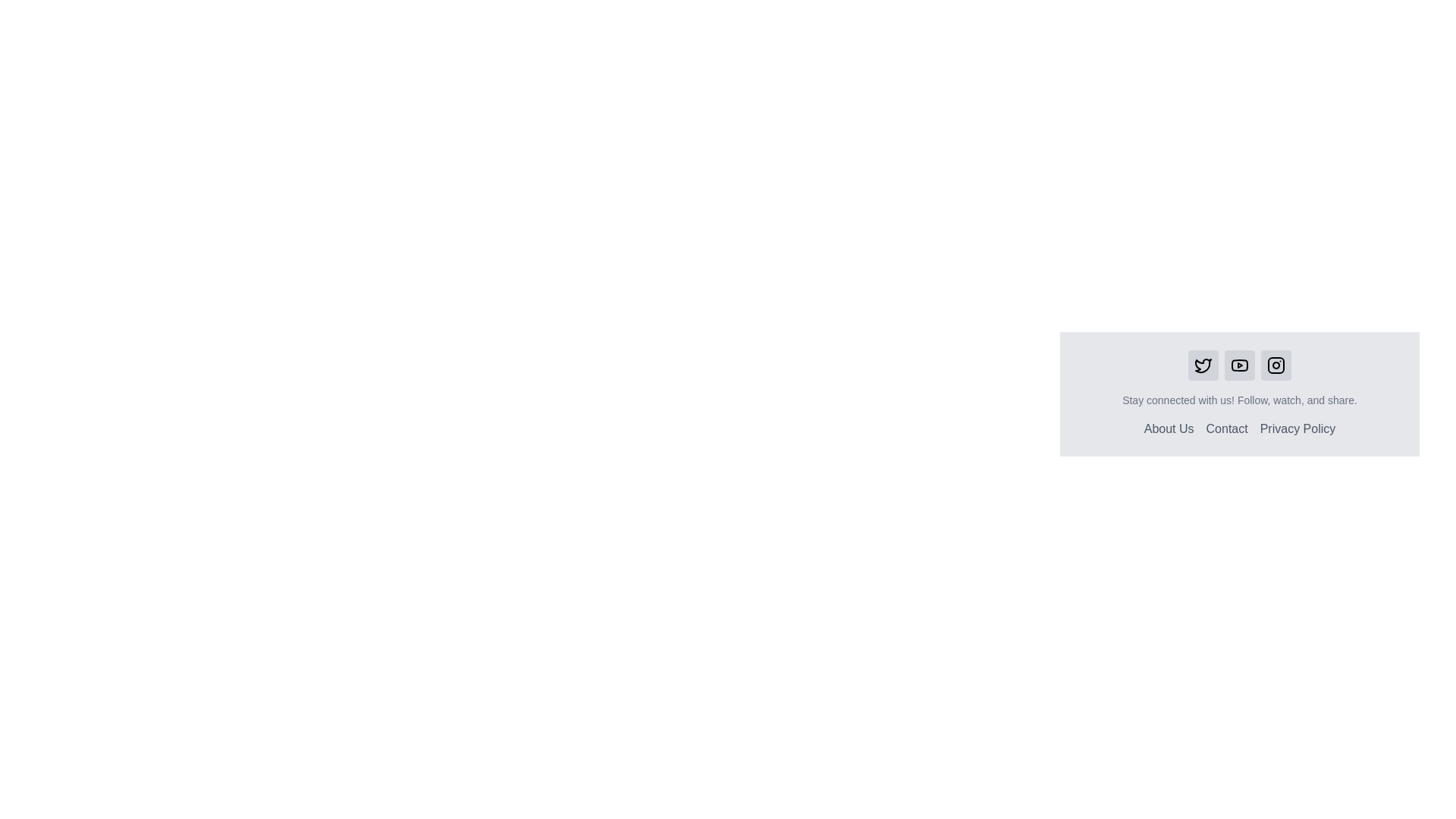 The image size is (1456, 819). Describe the element at coordinates (1296, 429) in the screenshot. I see `the 'Privacy Policy' hyperlink` at that location.